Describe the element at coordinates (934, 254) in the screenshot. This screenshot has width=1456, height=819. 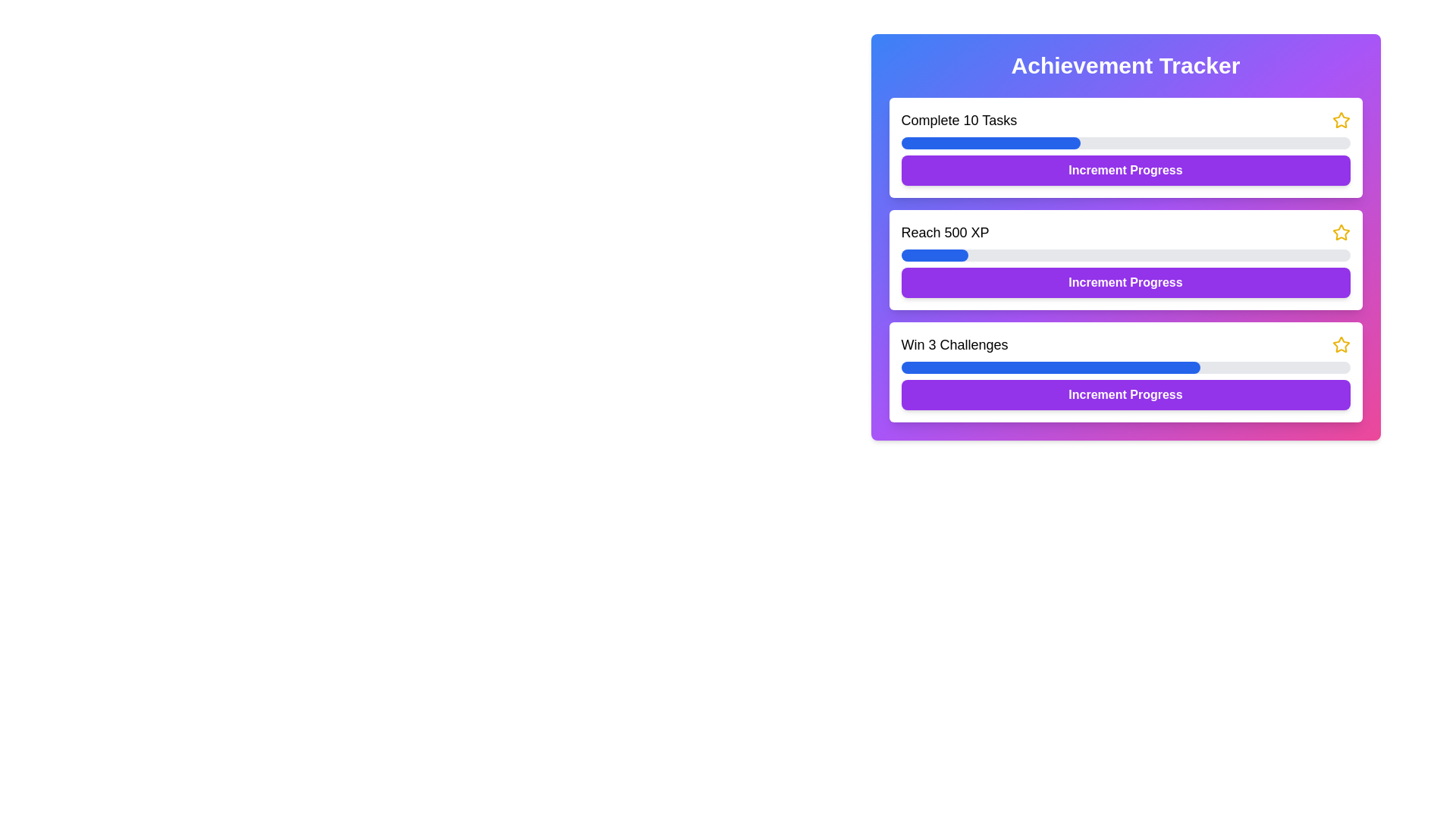
I see `the progress indicator within the second progress bar of the 'Achievement Tracker' UI that represents the progress towards '500 XP'` at that location.